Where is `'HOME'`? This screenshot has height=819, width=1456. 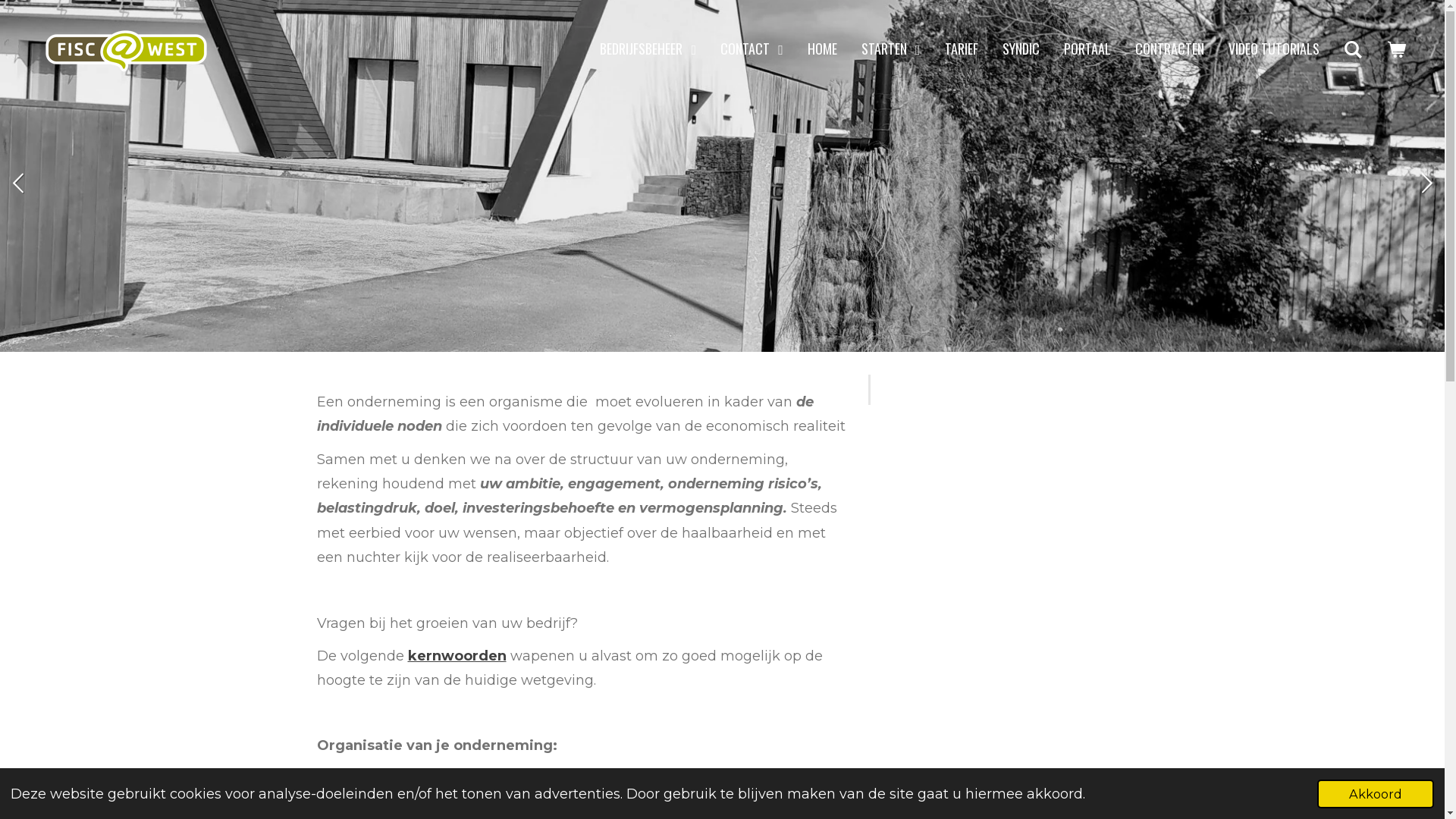
'HOME' is located at coordinates (821, 48).